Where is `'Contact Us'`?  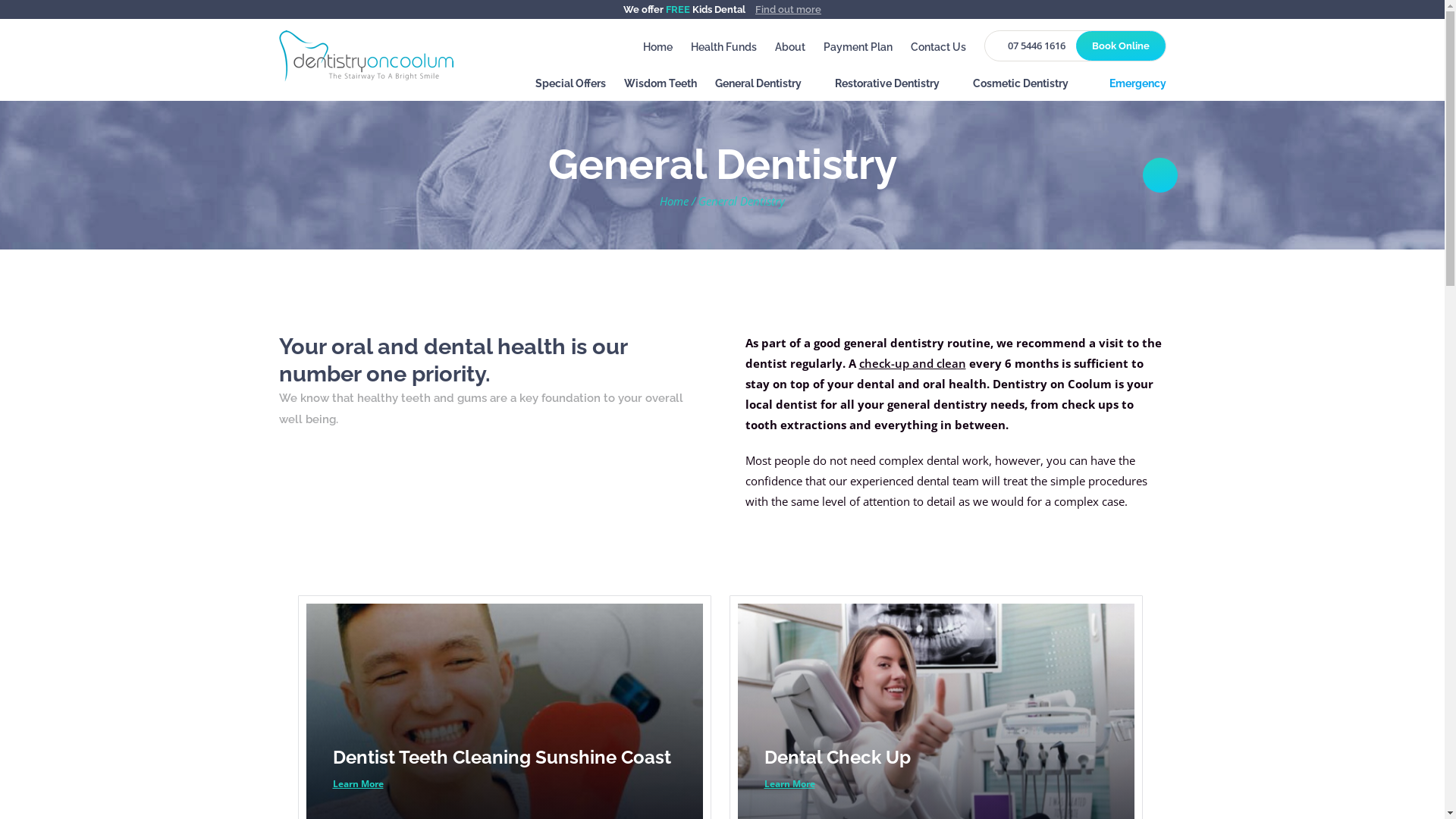 'Contact Us' is located at coordinates (937, 46).